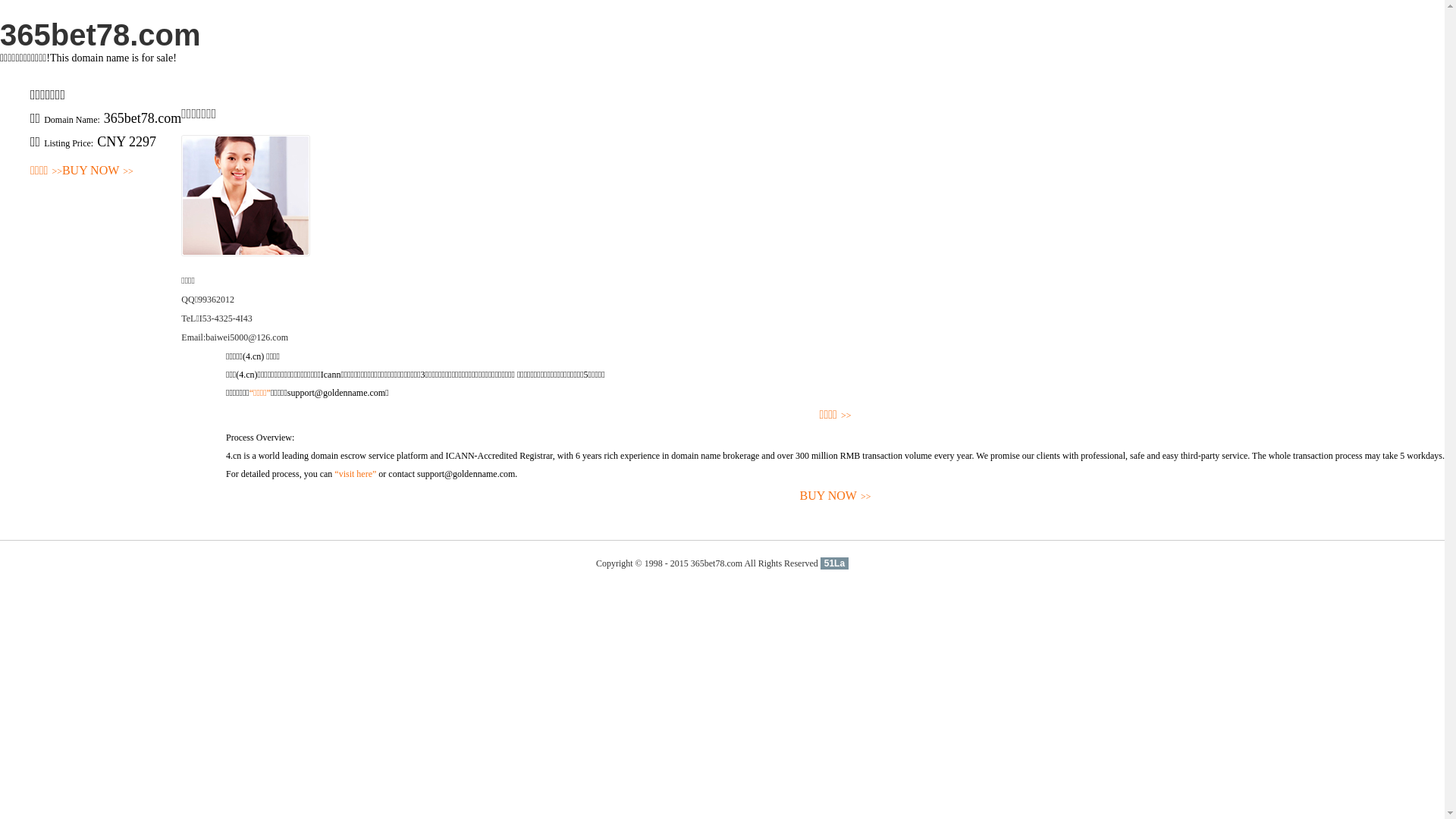  What do you see at coordinates (834, 496) in the screenshot?
I see `'BUY NOW>>'` at bounding box center [834, 496].